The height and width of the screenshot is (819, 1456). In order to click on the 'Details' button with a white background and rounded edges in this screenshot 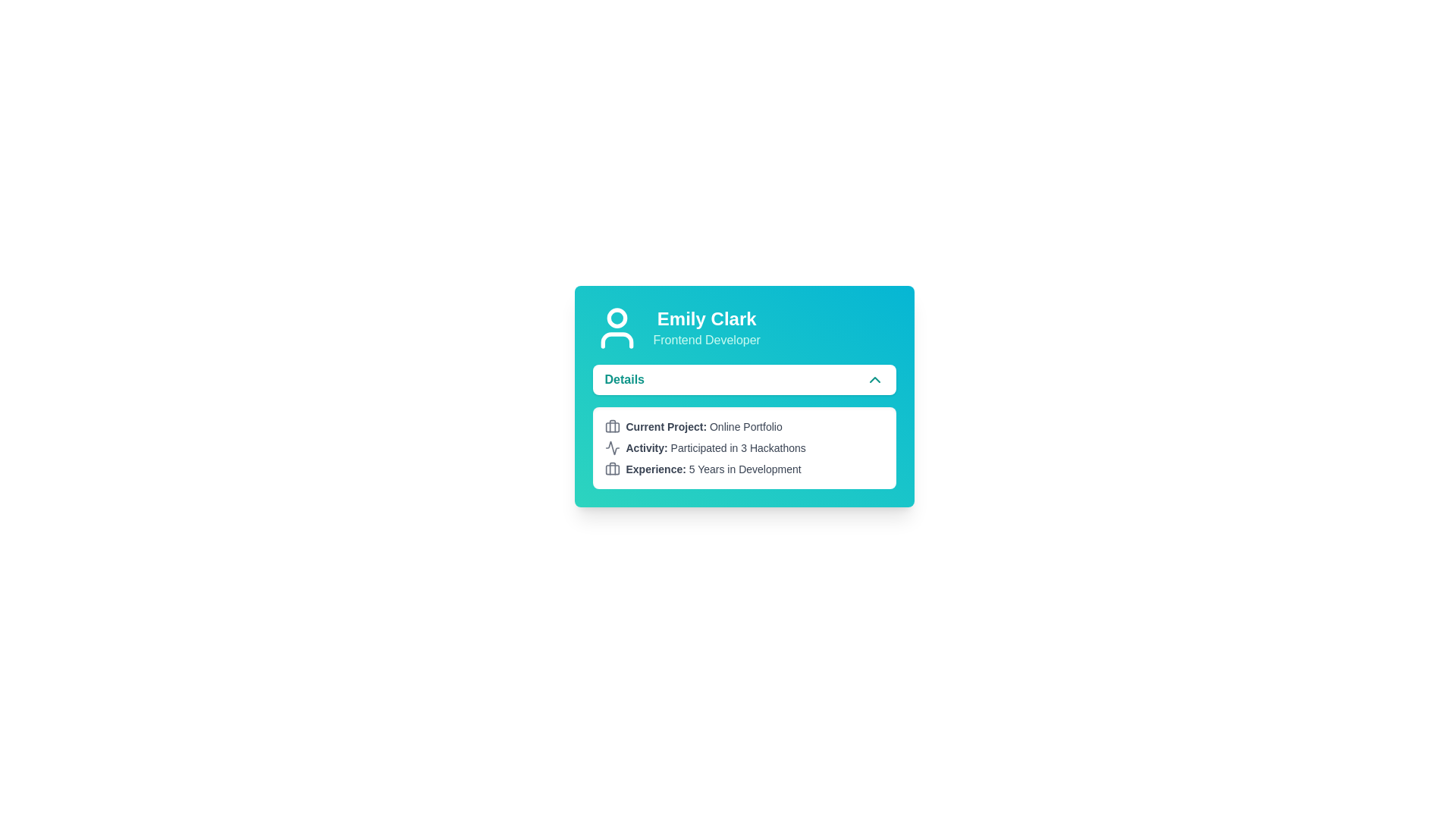, I will do `click(744, 379)`.